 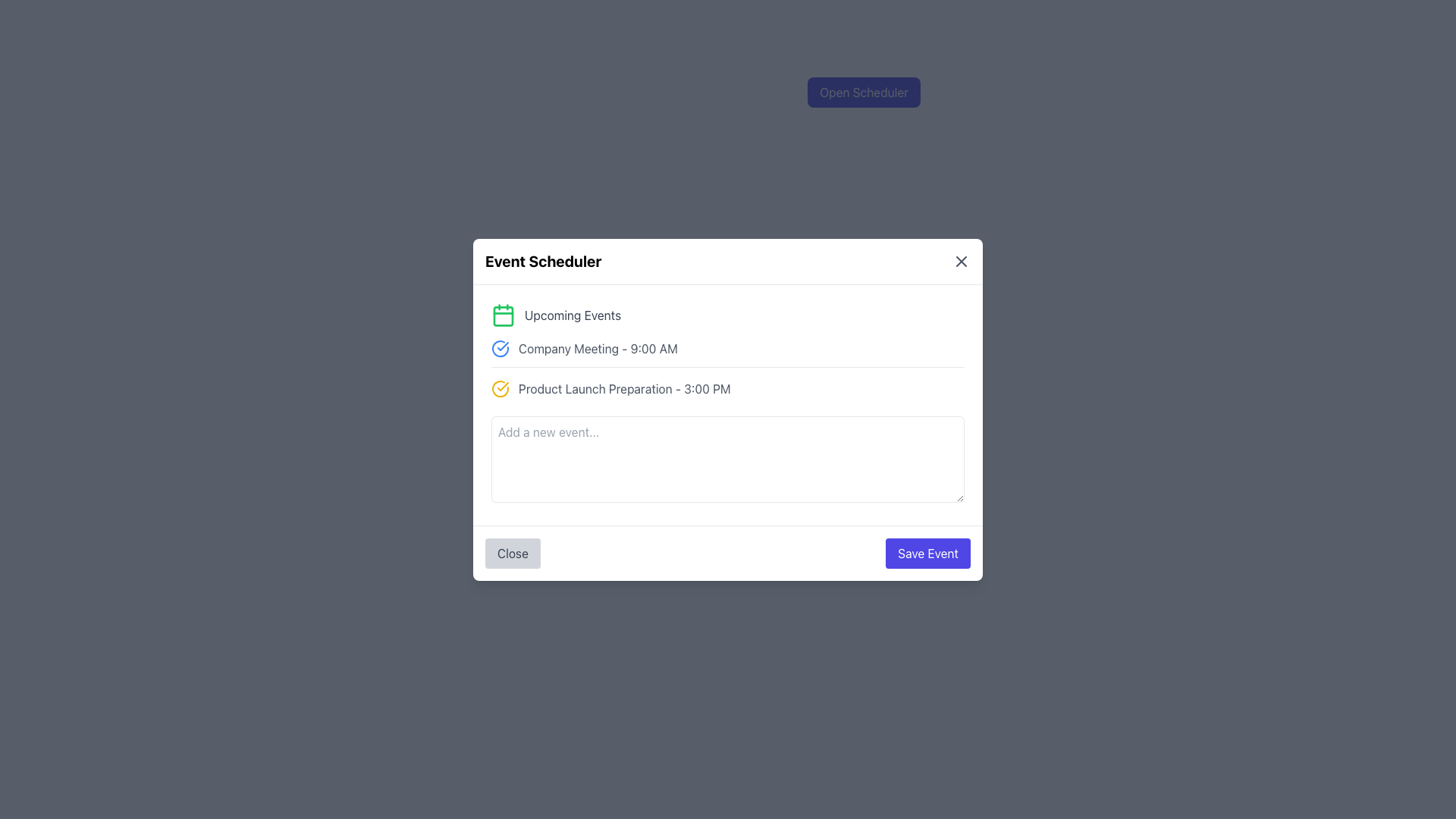 I want to click on text label displaying 'Company Meeting - 9:00 AM' located in the event list of the 'Event Scheduler' modal interface to understand the event details, so click(x=597, y=348).